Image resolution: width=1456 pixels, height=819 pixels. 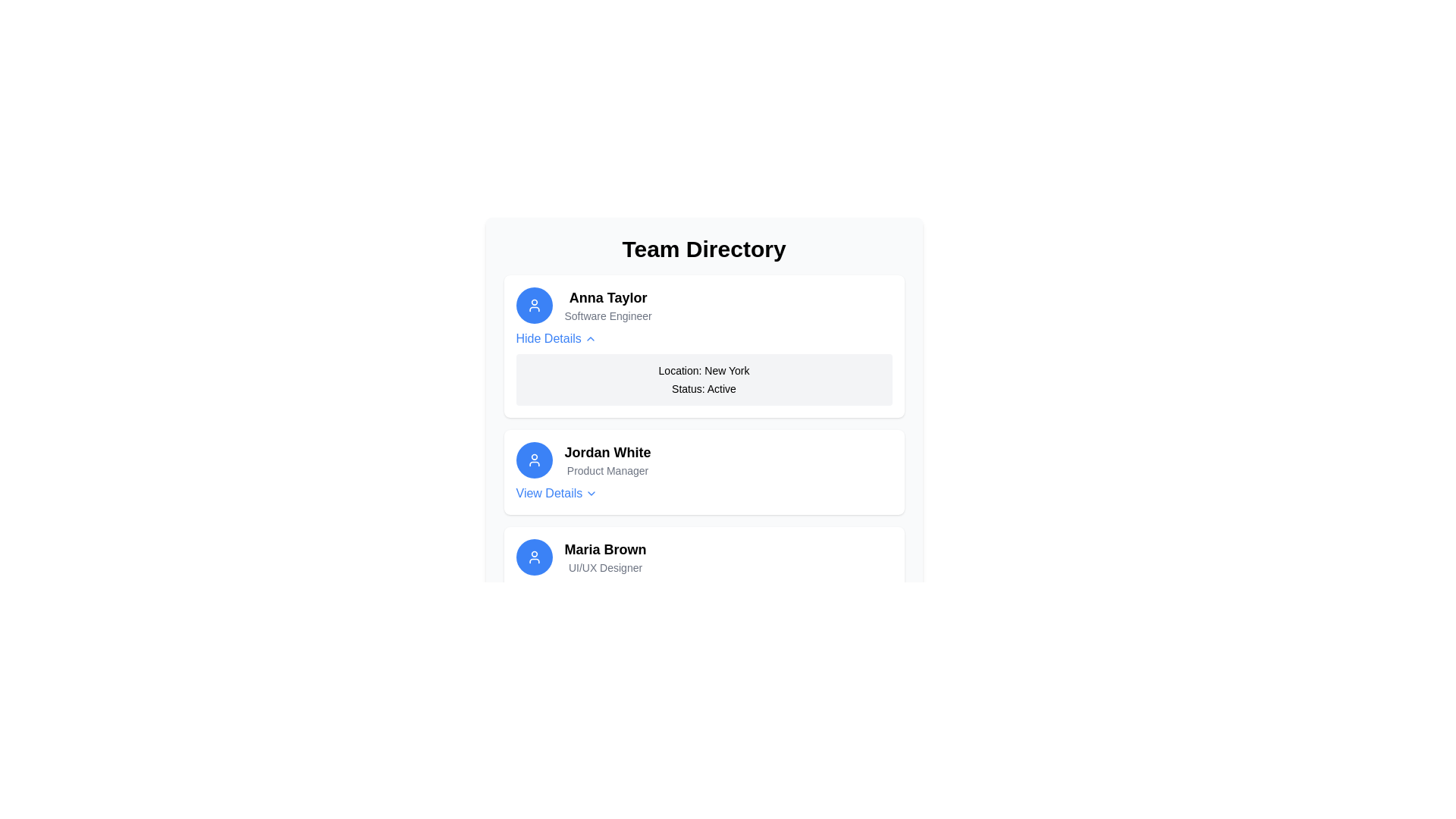 What do you see at coordinates (591, 494) in the screenshot?
I see `the Chevron icon (SVG graphic) next to 'View Details' for Jordan White` at bounding box center [591, 494].